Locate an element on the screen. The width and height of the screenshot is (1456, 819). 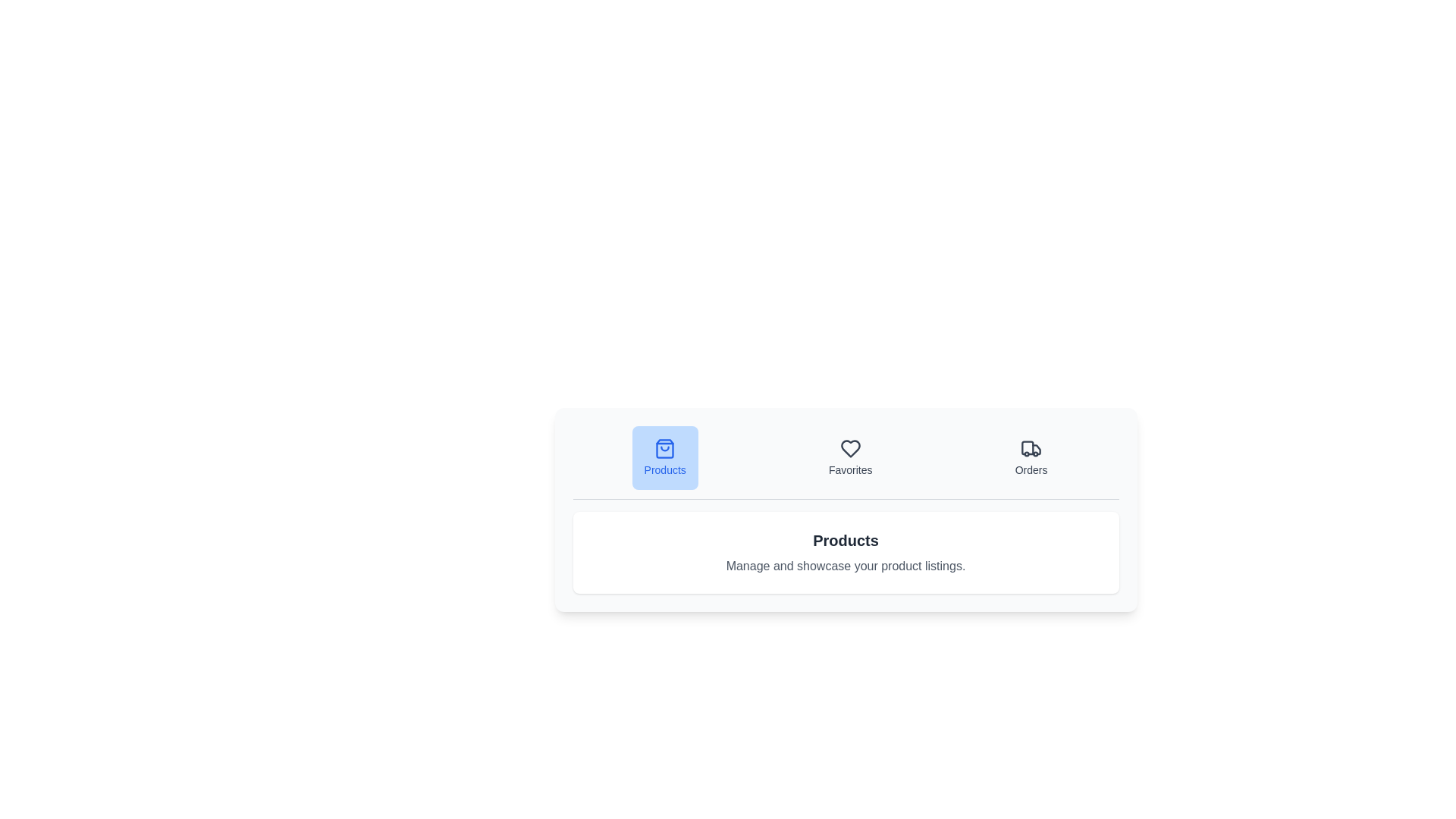
the tab labeled Favorites is located at coordinates (850, 457).